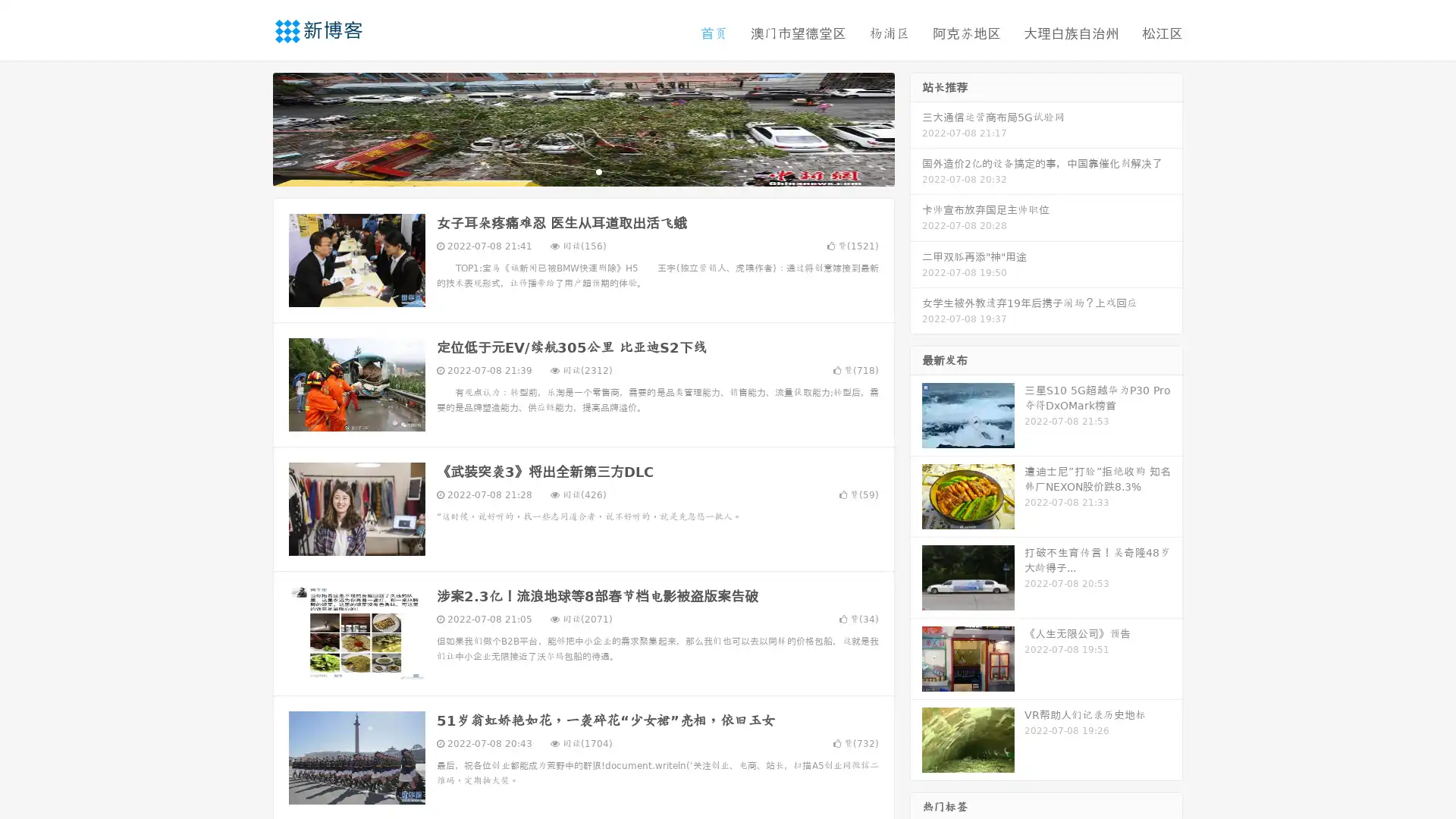 The height and width of the screenshot is (819, 1456). What do you see at coordinates (598, 171) in the screenshot?
I see `Go to slide 3` at bounding box center [598, 171].